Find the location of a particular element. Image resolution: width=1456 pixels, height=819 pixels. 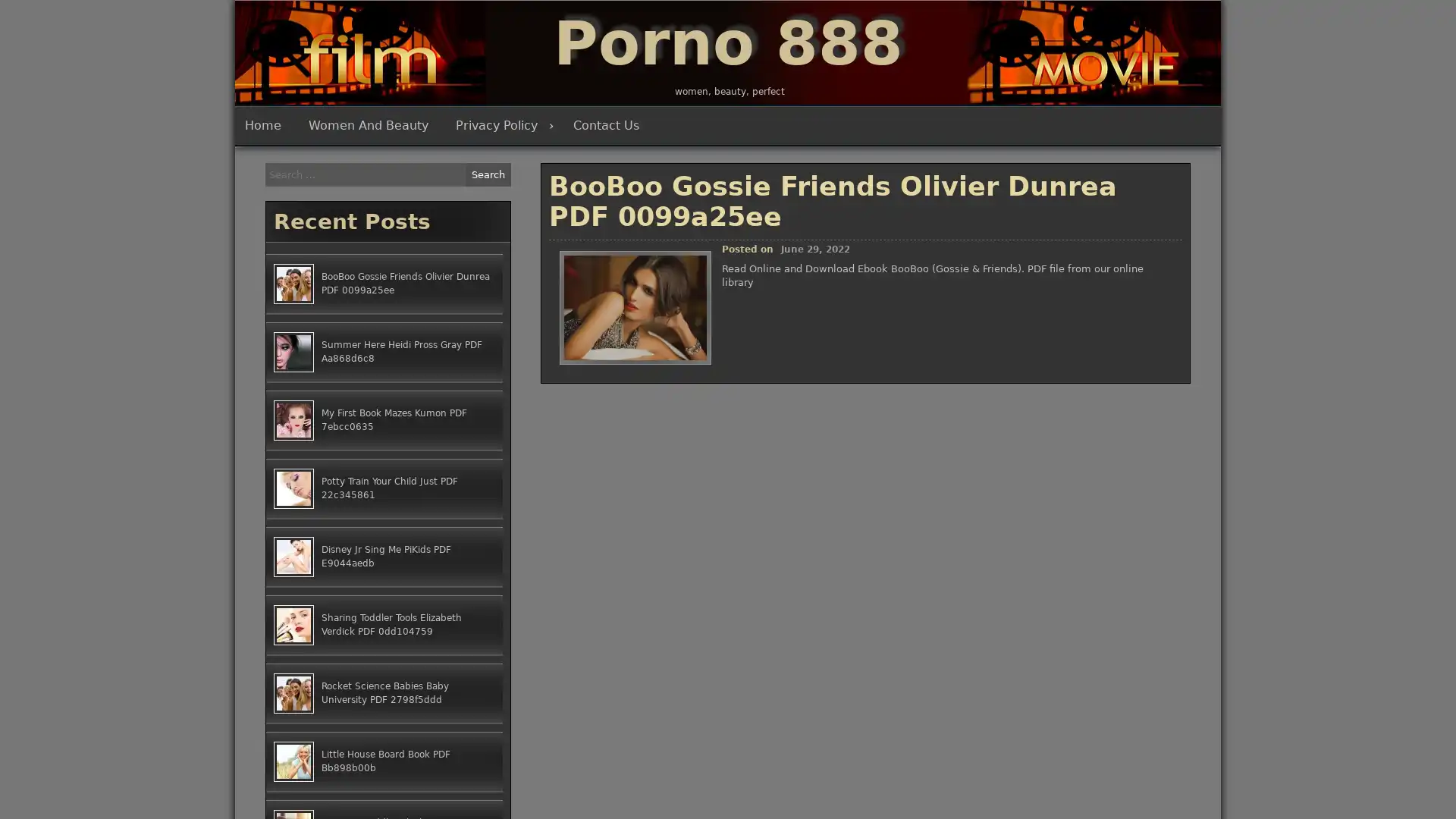

Search is located at coordinates (488, 174).